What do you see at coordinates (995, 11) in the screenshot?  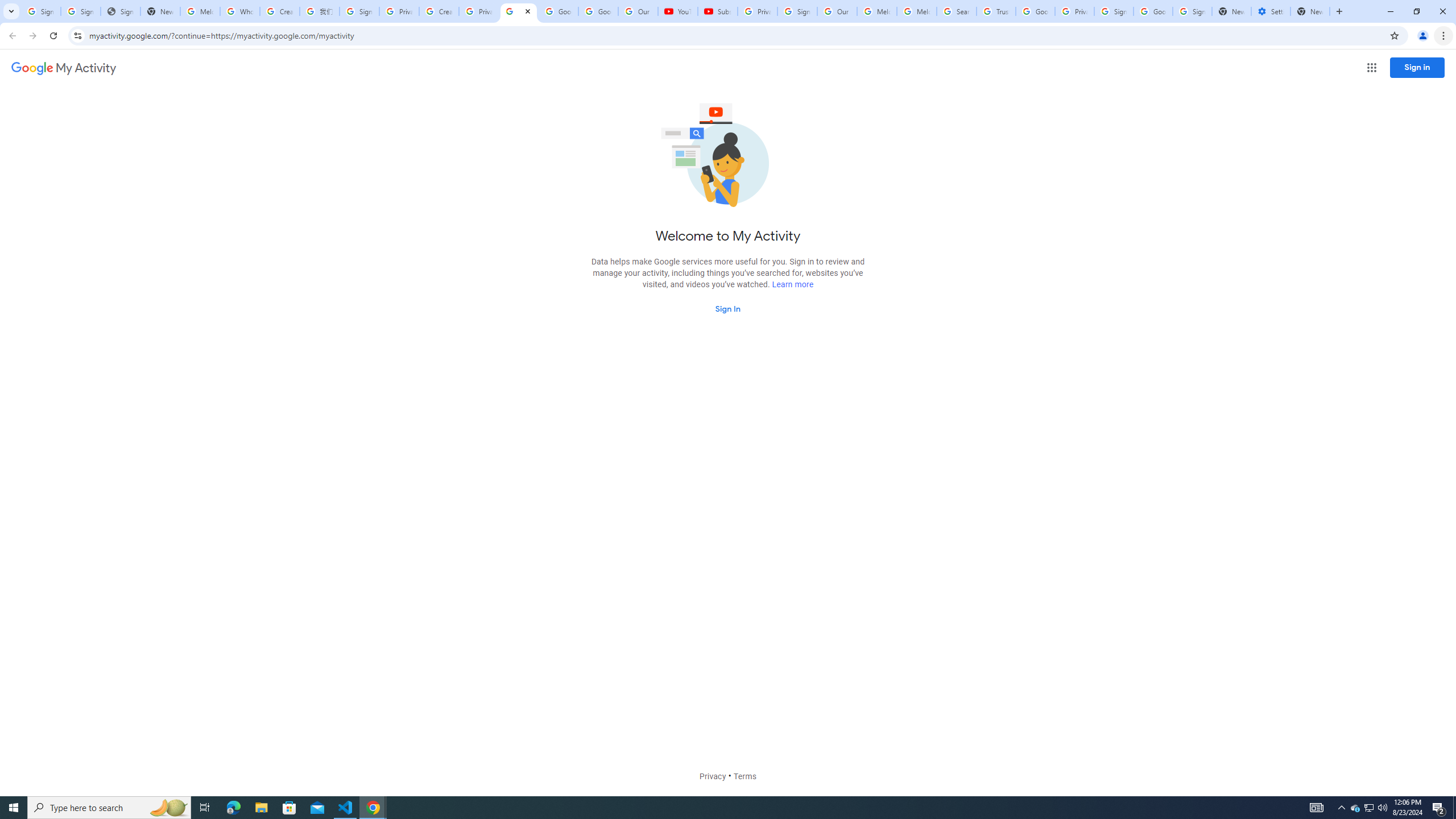 I see `'Trusted Information and Content - Google Safety Center'` at bounding box center [995, 11].